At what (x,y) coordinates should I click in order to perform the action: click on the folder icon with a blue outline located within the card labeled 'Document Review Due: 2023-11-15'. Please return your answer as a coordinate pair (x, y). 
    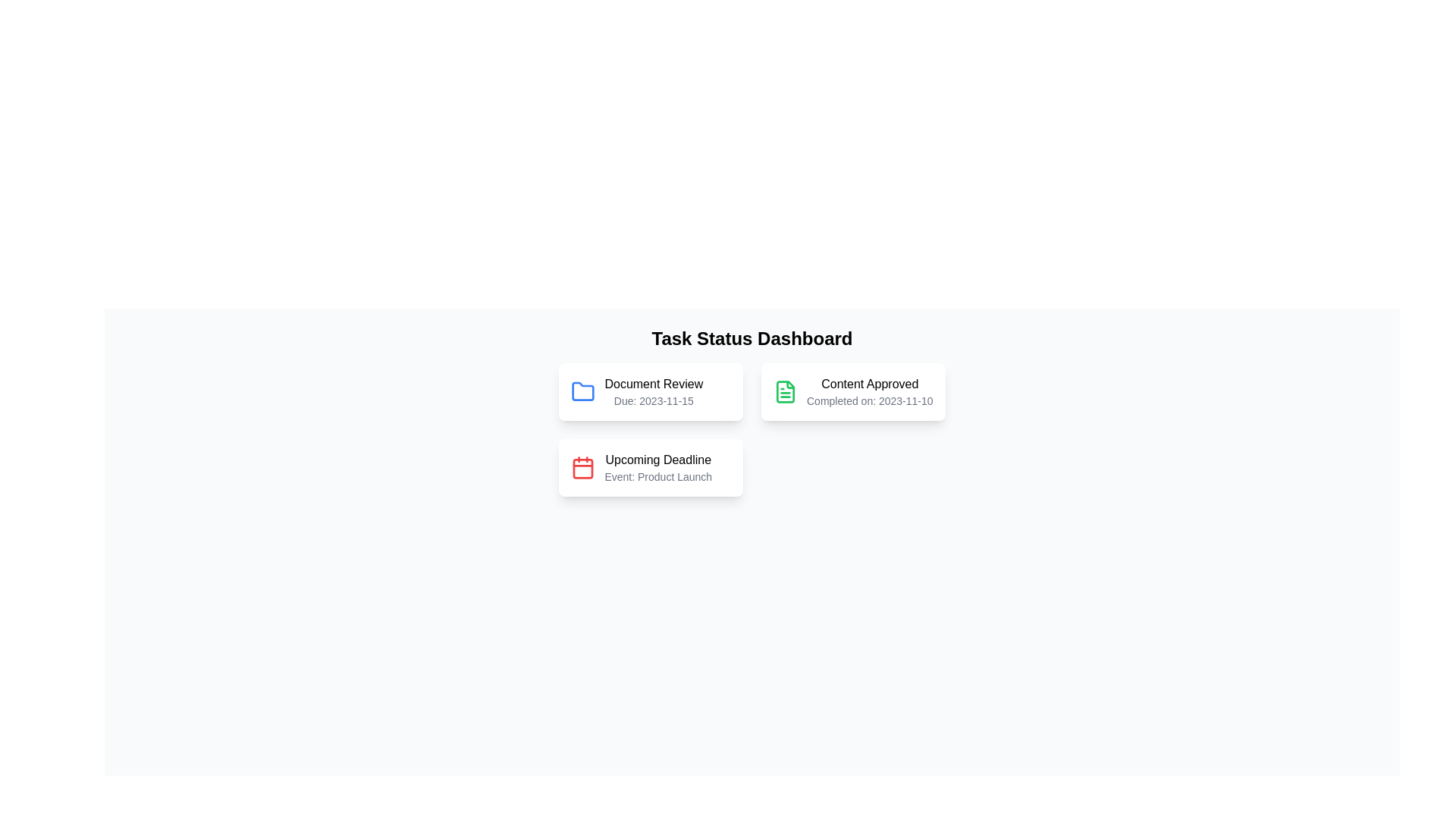
    Looking at the image, I should click on (582, 391).